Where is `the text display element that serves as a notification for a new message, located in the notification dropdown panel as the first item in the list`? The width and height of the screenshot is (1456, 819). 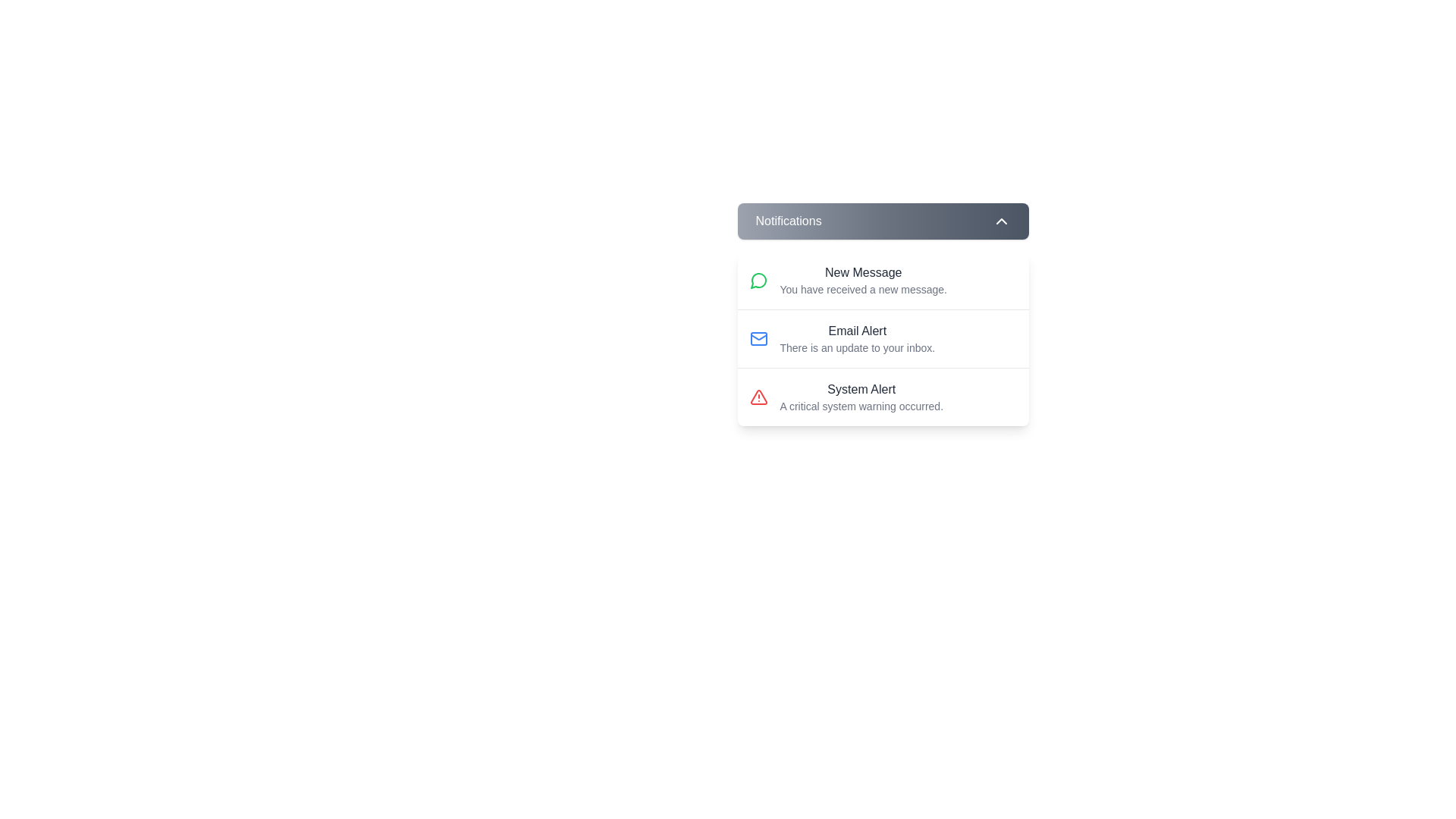 the text display element that serves as a notification for a new message, located in the notification dropdown panel as the first item in the list is located at coordinates (863, 281).